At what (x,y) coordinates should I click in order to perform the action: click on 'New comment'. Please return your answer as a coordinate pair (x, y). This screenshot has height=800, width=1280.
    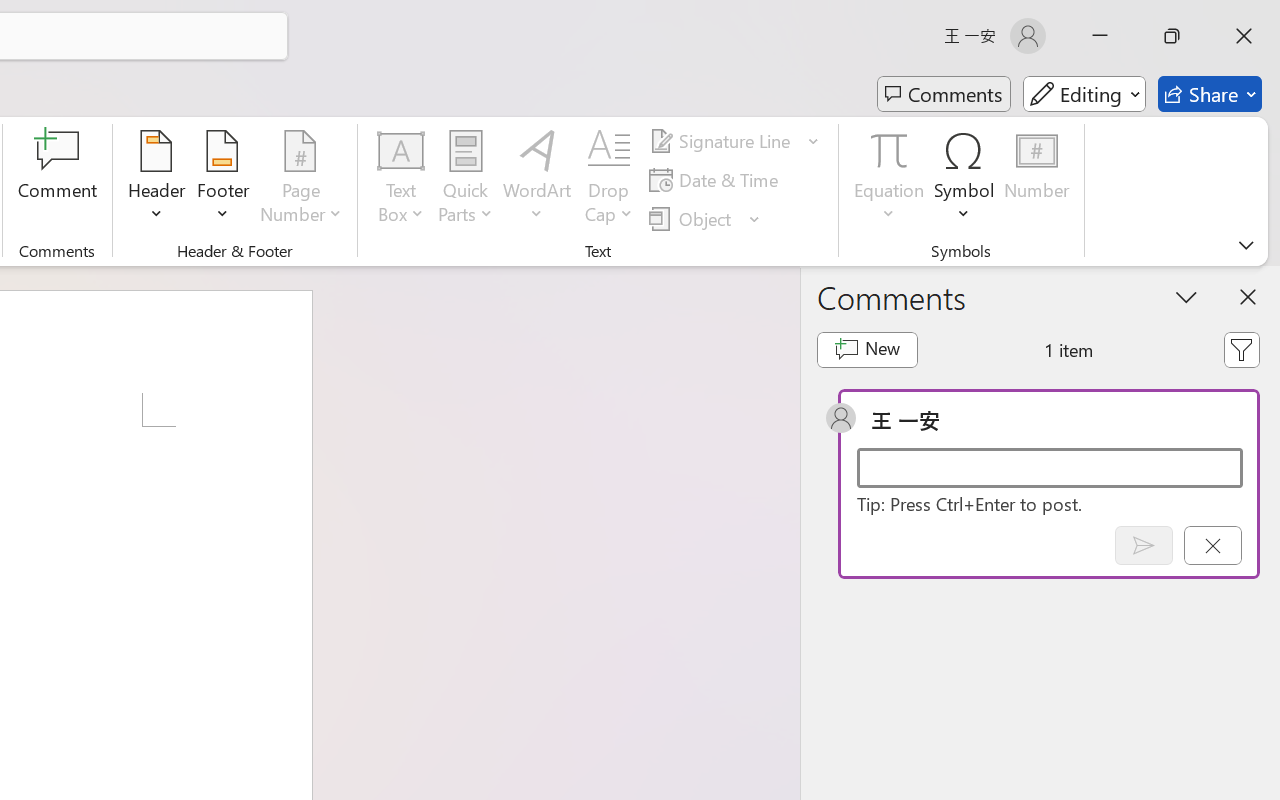
    Looking at the image, I should click on (867, 350).